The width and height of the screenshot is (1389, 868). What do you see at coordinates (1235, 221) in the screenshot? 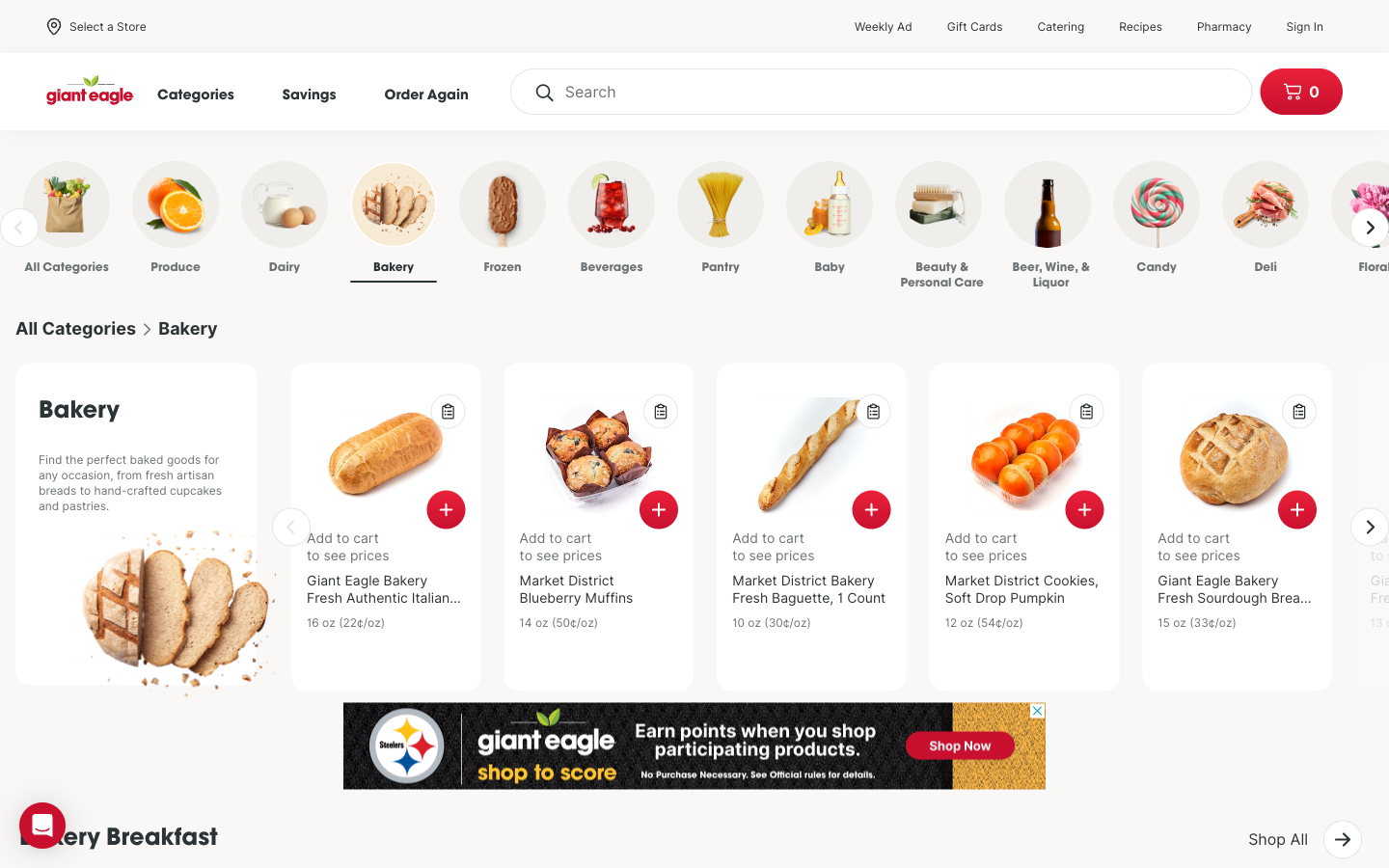
I see `the Deli Category` at bounding box center [1235, 221].